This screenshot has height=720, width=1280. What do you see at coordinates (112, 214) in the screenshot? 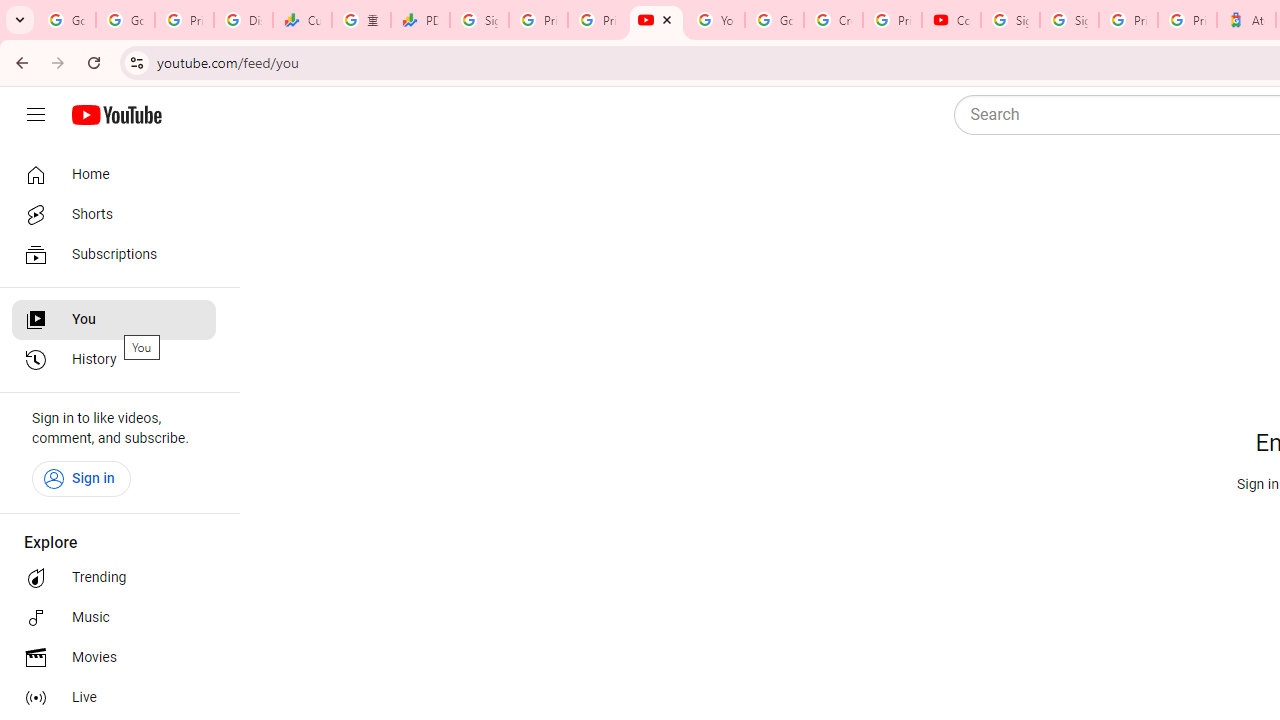
I see `'Shorts'` at bounding box center [112, 214].